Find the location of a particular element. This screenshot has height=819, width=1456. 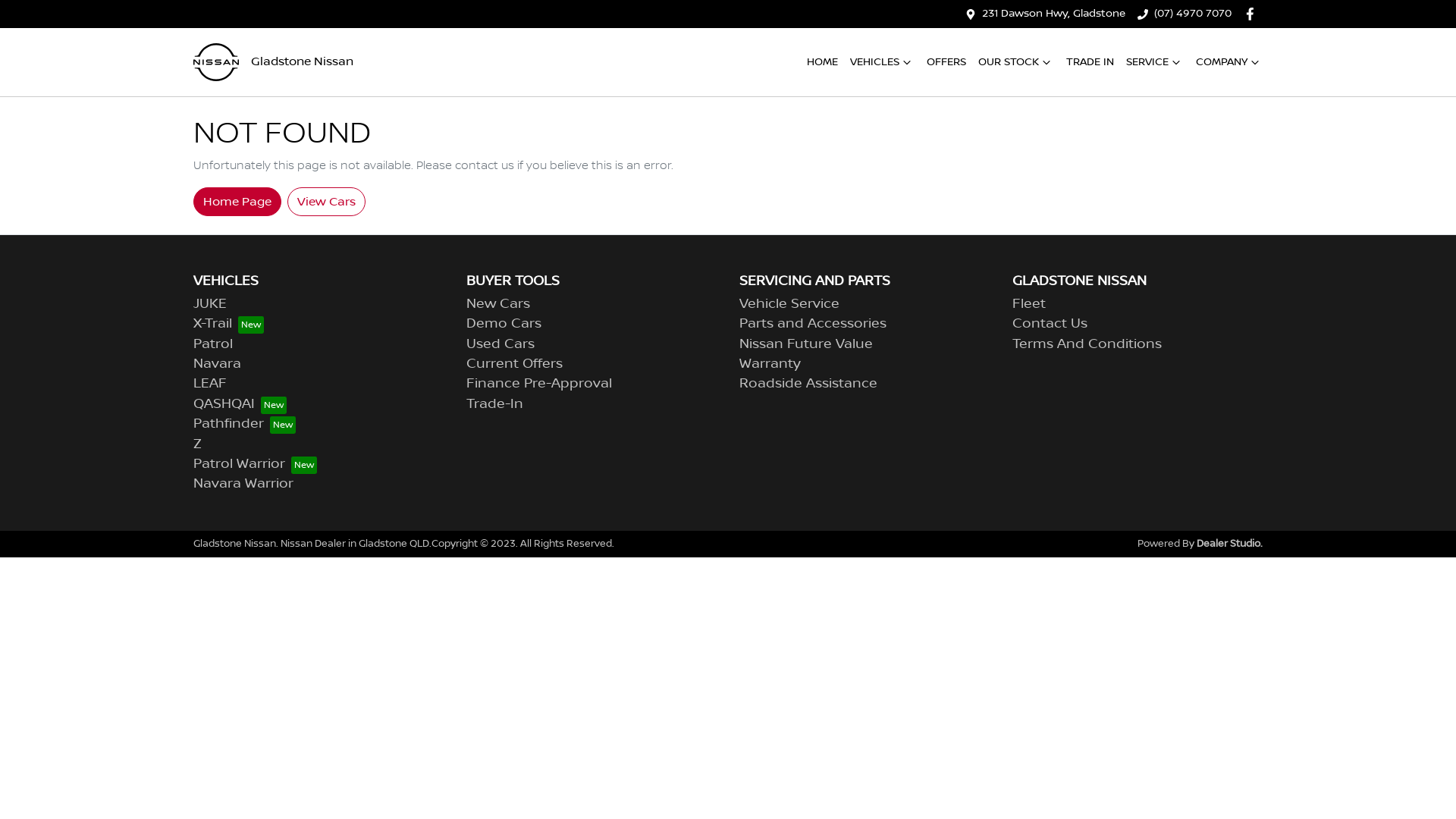

'LEAF' is located at coordinates (209, 382).